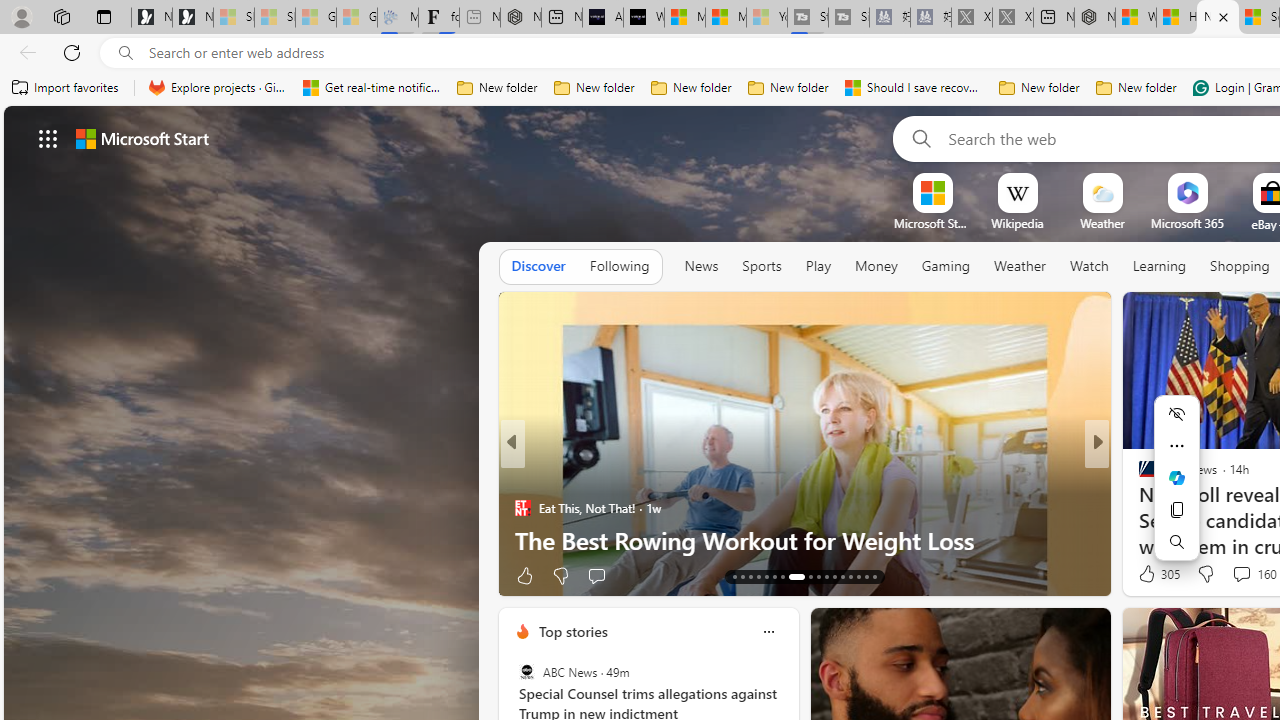 The image size is (1280, 720). What do you see at coordinates (1176, 445) in the screenshot?
I see `'More actions'` at bounding box center [1176, 445].